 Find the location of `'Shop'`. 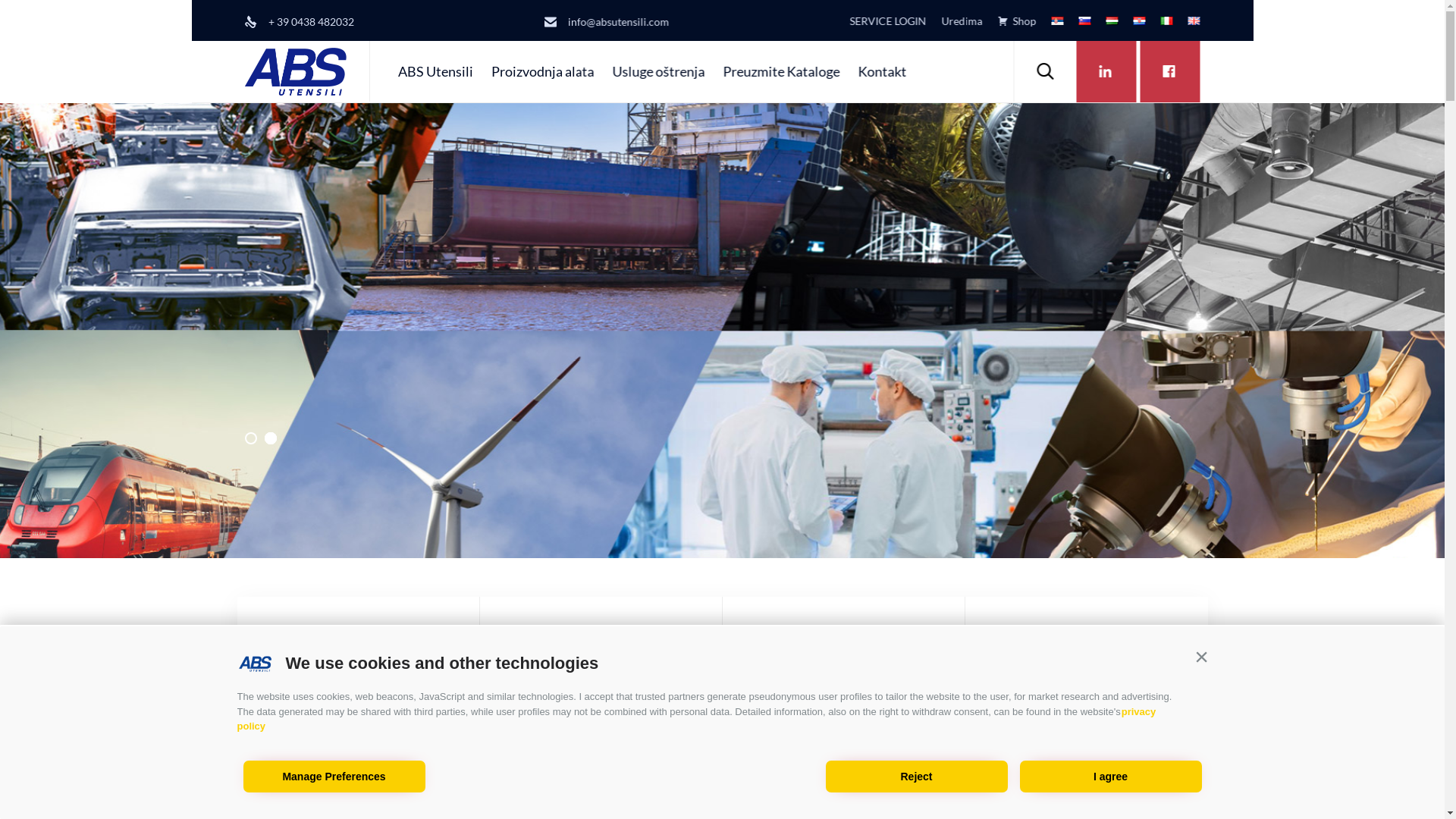

'Shop' is located at coordinates (983, 20).